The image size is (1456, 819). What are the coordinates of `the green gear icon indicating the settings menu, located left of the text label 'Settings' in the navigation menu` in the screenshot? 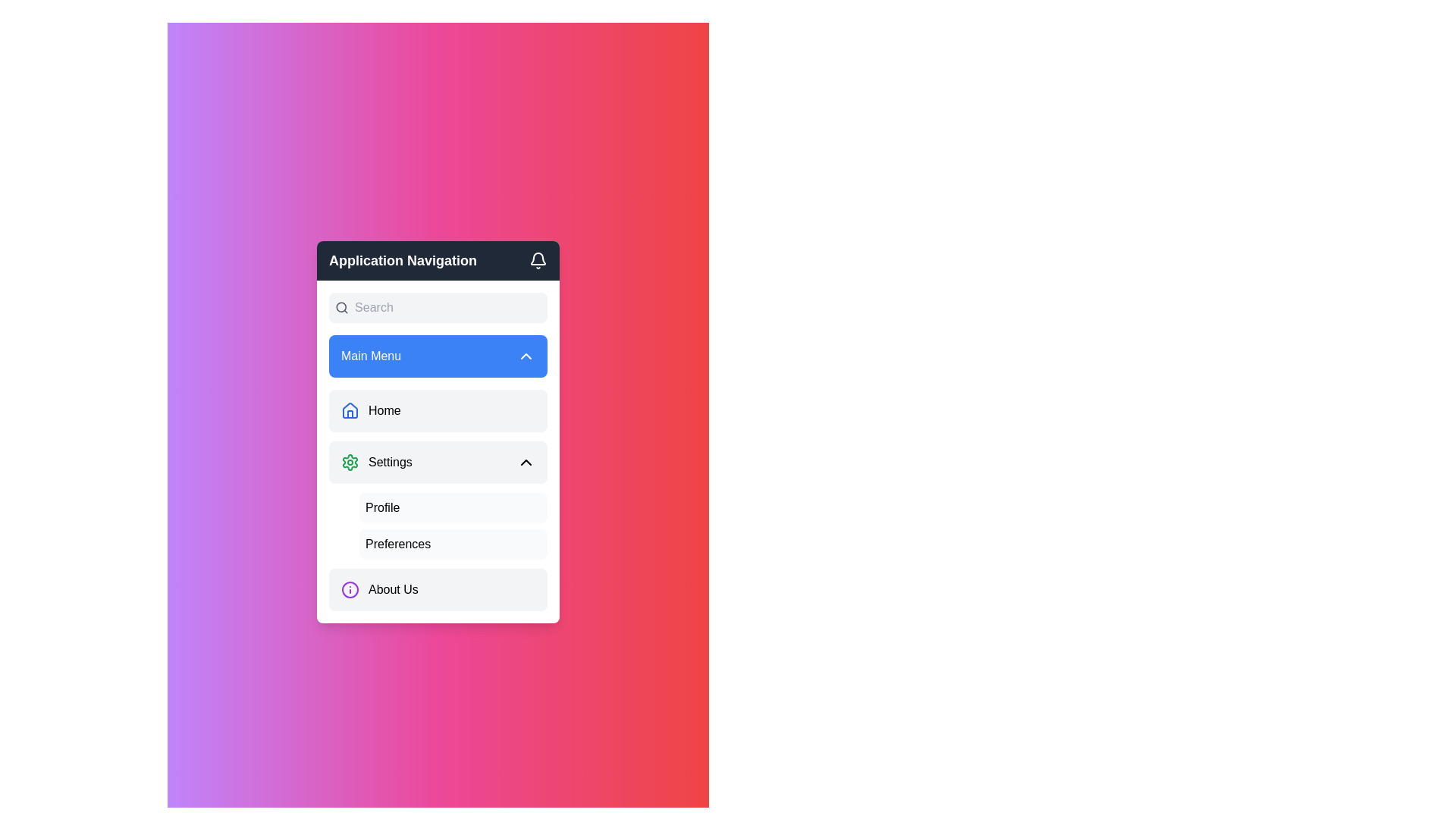 It's located at (349, 461).